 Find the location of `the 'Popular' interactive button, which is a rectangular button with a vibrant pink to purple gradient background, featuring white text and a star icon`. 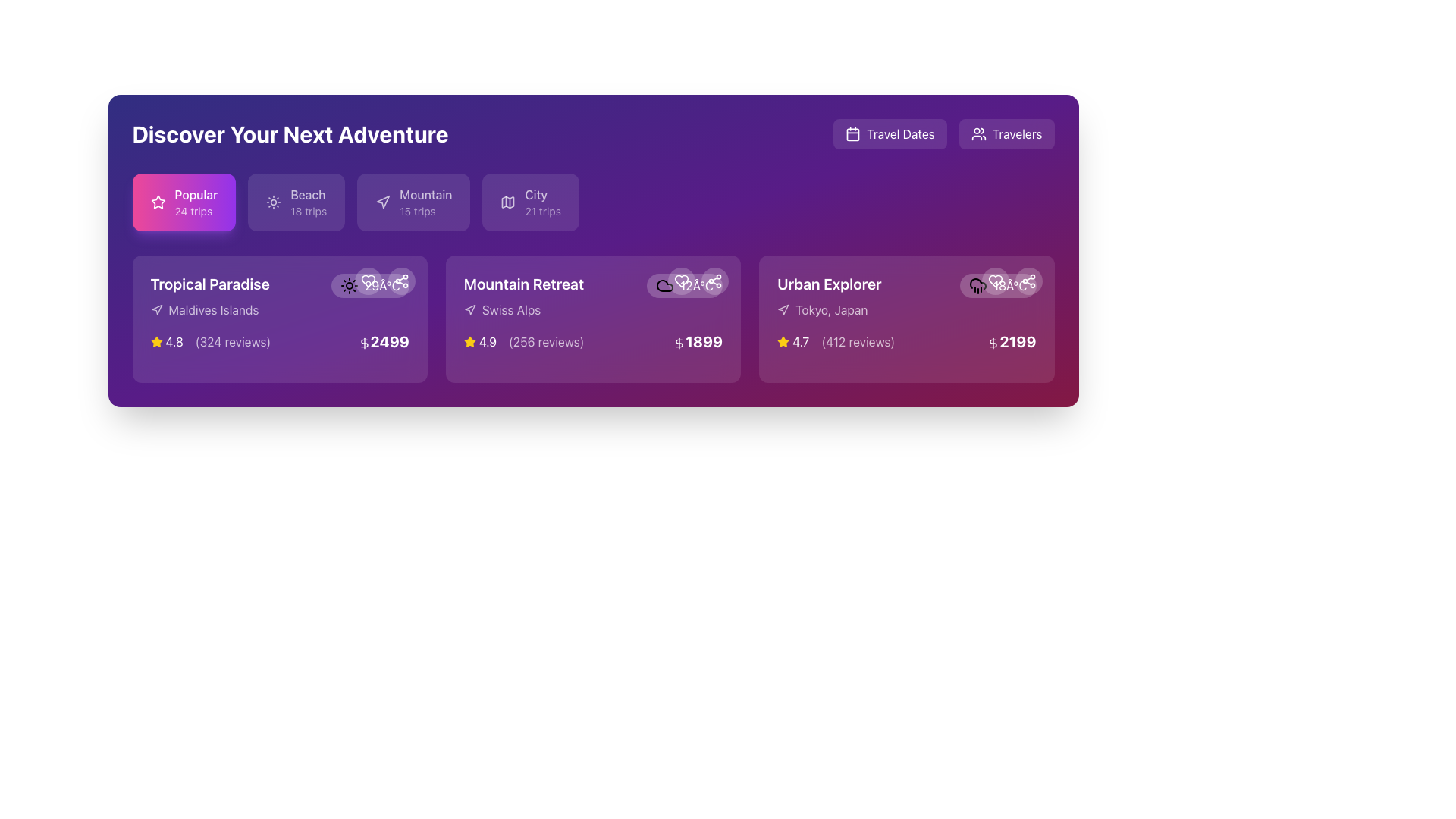

the 'Popular' interactive button, which is a rectangular button with a vibrant pink to purple gradient background, featuring white text and a star icon is located at coordinates (183, 201).